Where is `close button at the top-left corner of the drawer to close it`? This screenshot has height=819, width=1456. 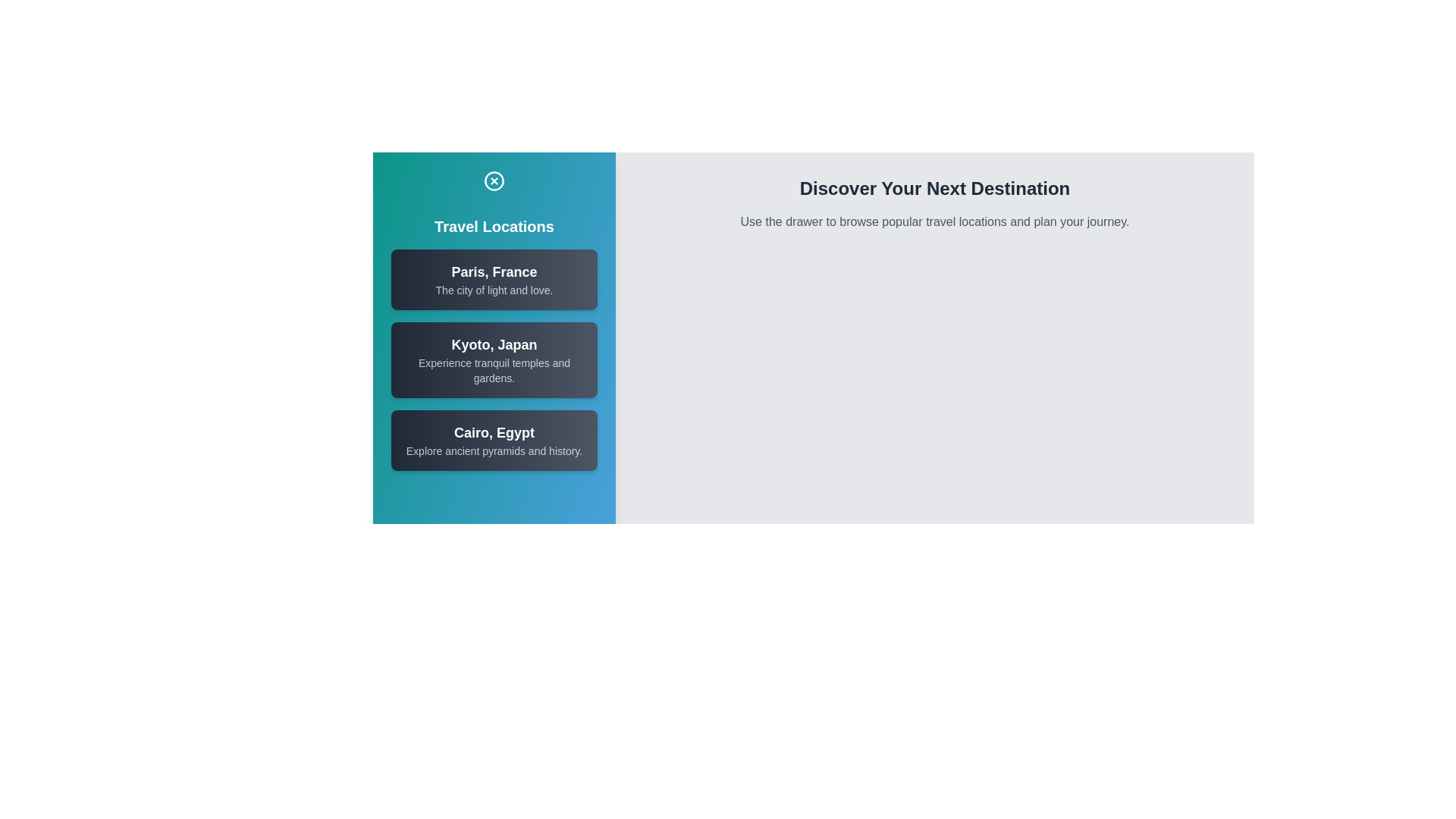
close button at the top-left corner of the drawer to close it is located at coordinates (494, 180).